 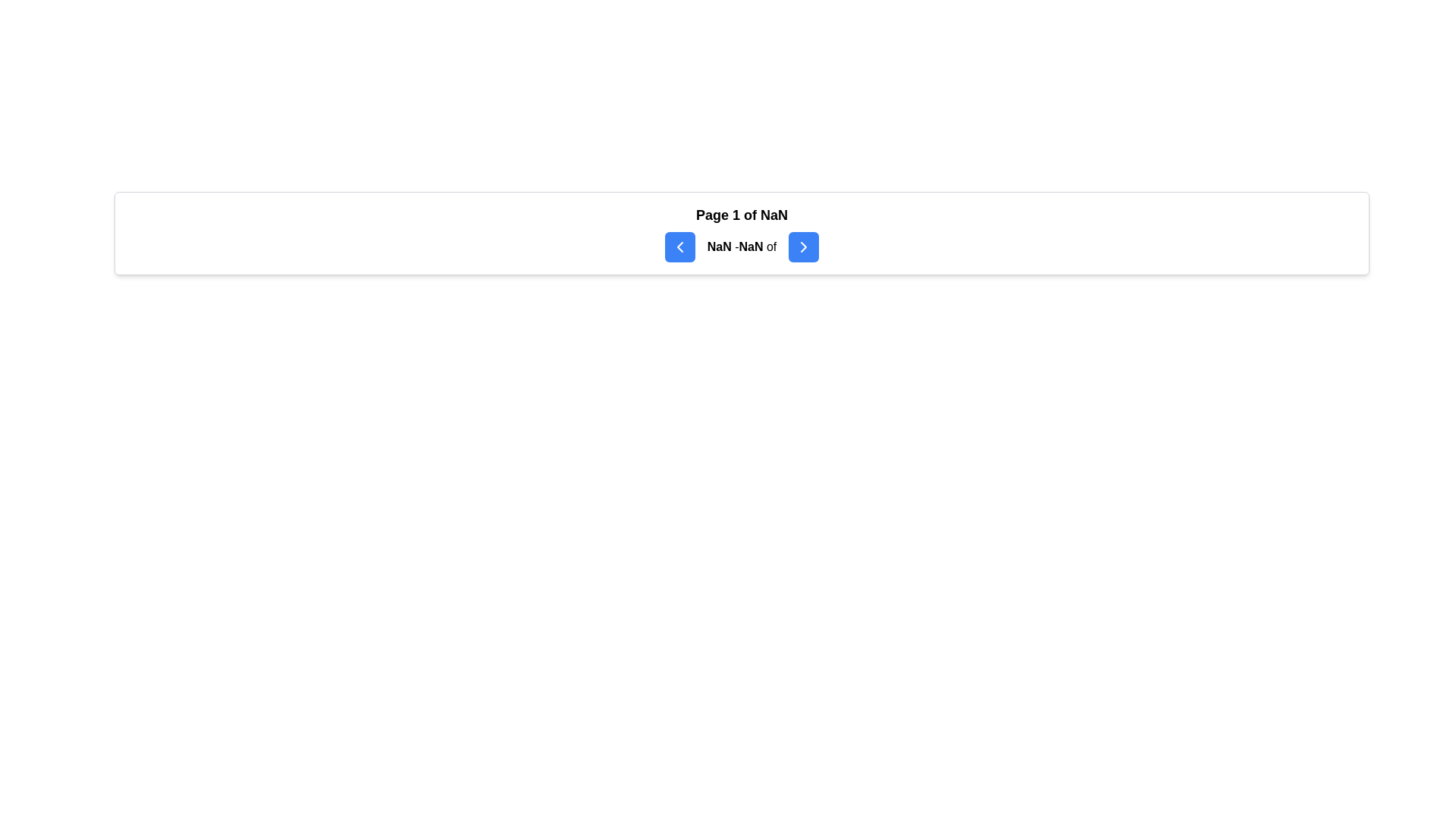 What do you see at coordinates (803, 246) in the screenshot?
I see `the blue circular button with a chevron icon on the far right of the pagination control section` at bounding box center [803, 246].